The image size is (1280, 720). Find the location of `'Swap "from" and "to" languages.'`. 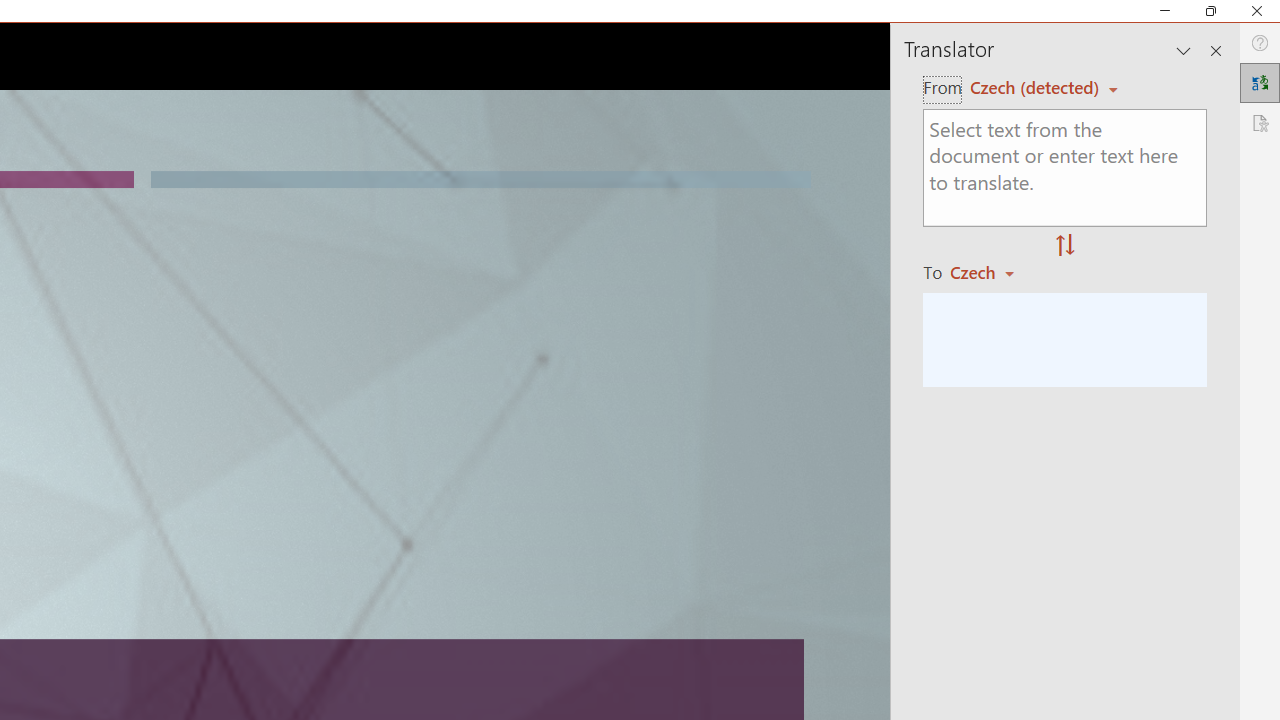

'Swap "from" and "to" languages.' is located at coordinates (1064, 244).